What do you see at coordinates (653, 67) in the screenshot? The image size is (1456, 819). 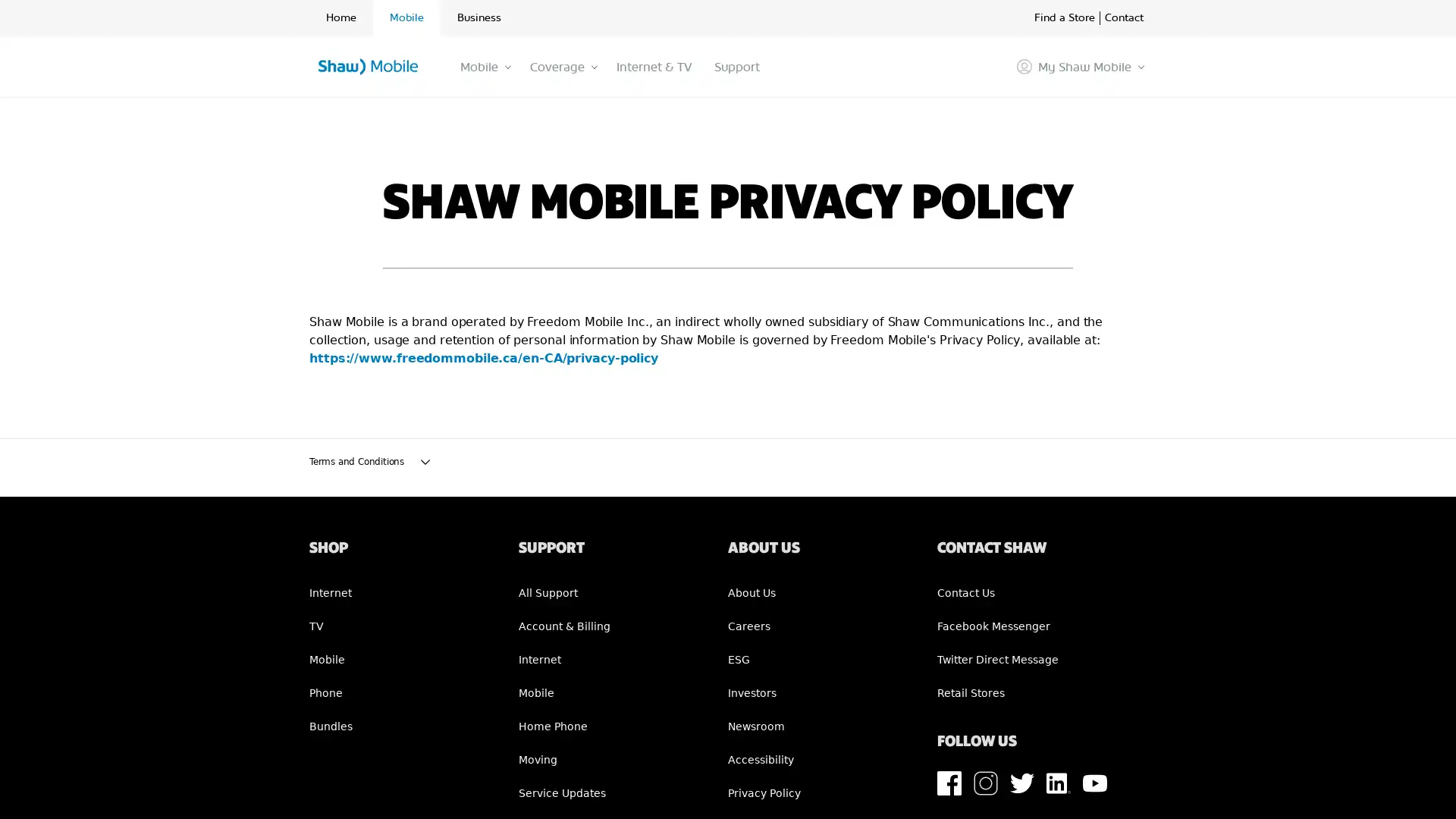 I see `Internet & TV` at bounding box center [653, 67].